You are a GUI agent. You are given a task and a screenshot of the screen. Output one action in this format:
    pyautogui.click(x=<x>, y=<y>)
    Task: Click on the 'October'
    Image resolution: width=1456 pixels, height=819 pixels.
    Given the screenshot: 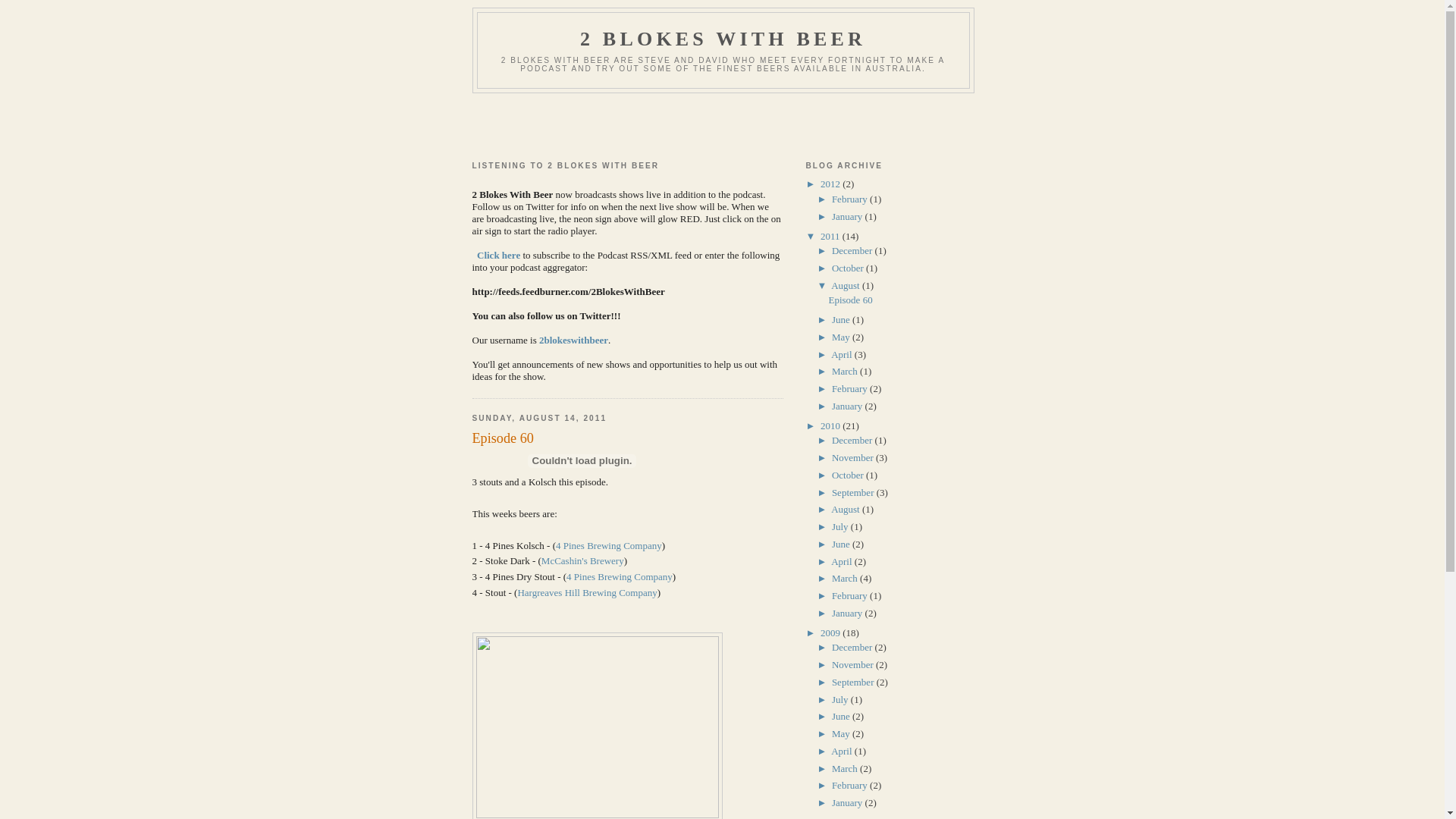 What is the action you would take?
    pyautogui.click(x=848, y=474)
    